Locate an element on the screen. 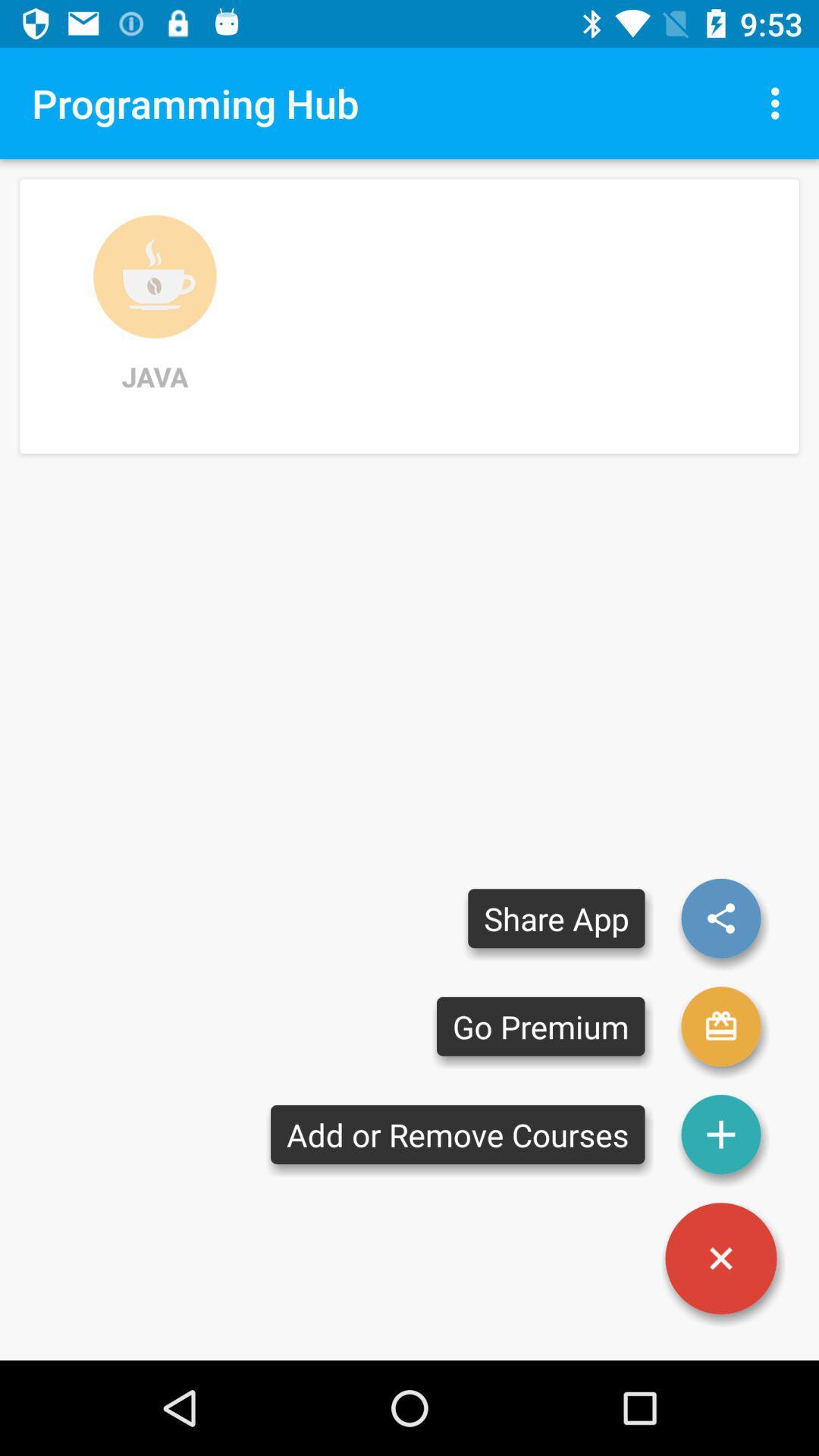  icon next to the share app item is located at coordinates (720, 918).